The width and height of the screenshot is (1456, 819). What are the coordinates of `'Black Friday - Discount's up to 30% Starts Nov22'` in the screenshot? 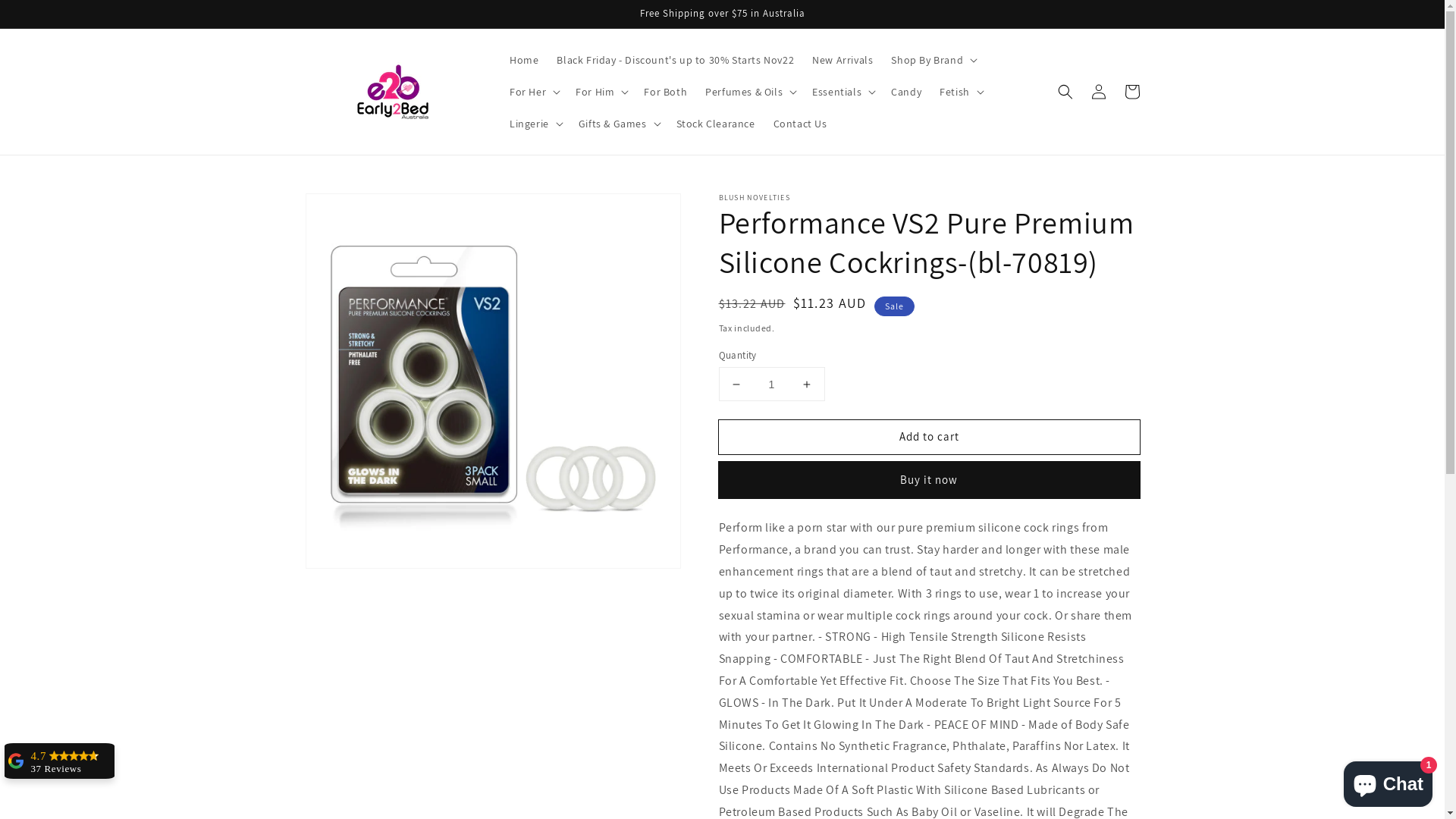 It's located at (674, 58).